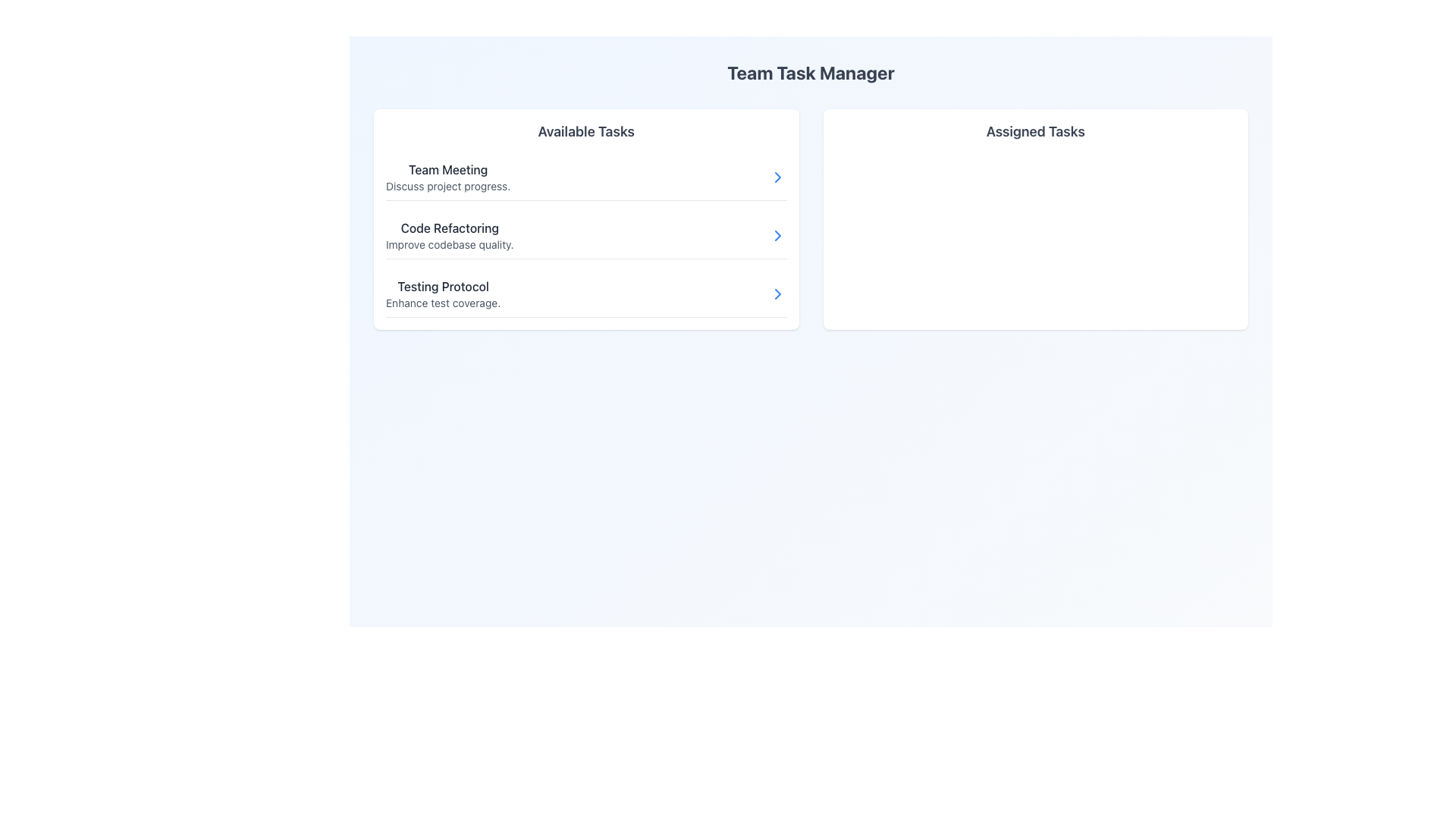 The image size is (1456, 819). Describe the element at coordinates (777, 236) in the screenshot. I see `the blue arrow icon button located at the far-right side of the 'Code Refactoring' task row in the 'Available Tasks' section` at that location.